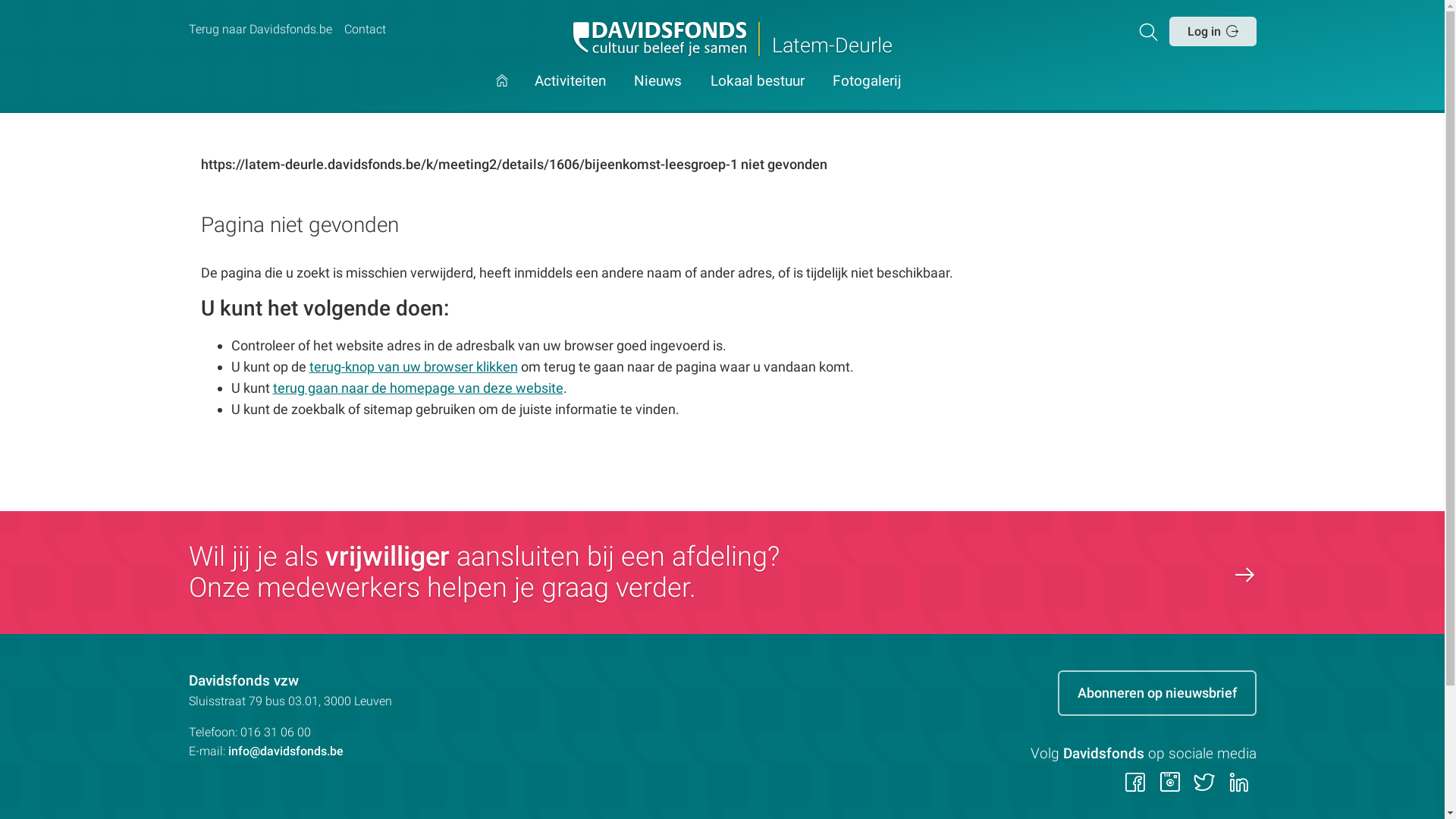 Image resolution: width=1456 pixels, height=819 pixels. What do you see at coordinates (657, 93) in the screenshot?
I see `'Nieuws'` at bounding box center [657, 93].